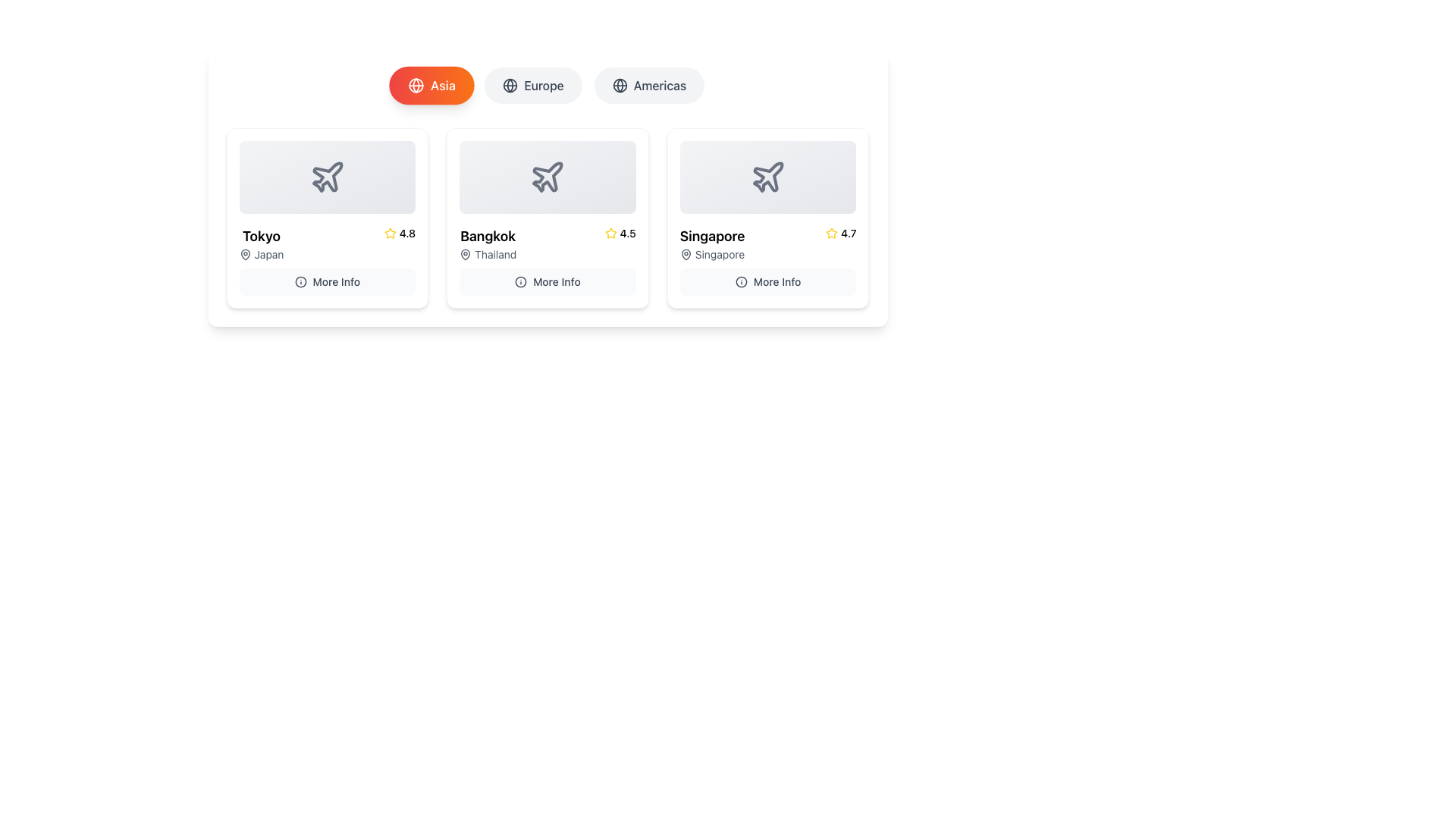 This screenshot has height=819, width=1456. I want to click on the yellow five-pointed star icon located to the right of the rating text '4.5' in the 'Bangkok' card, so click(390, 233).